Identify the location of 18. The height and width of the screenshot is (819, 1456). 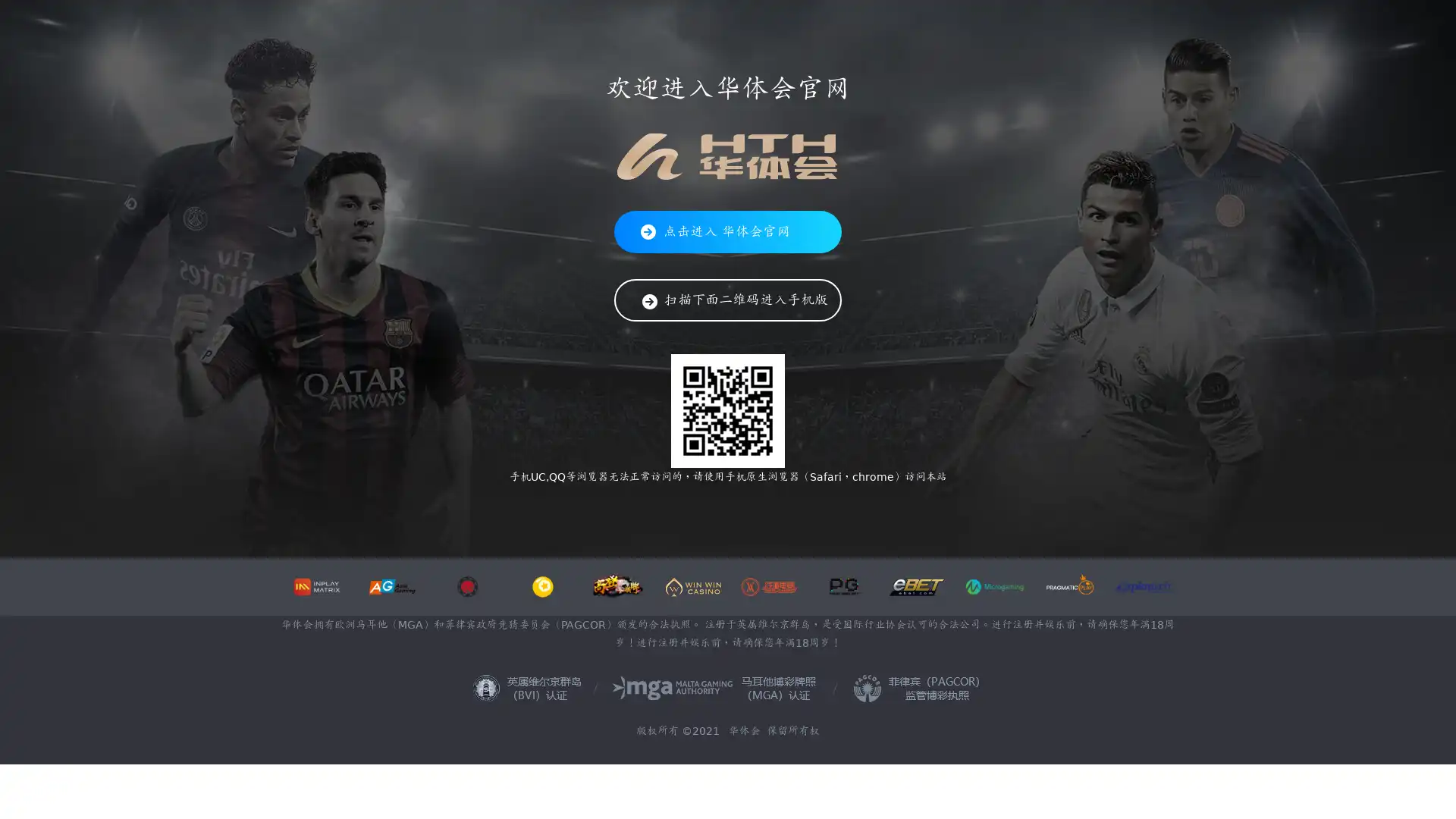
(896, 505).